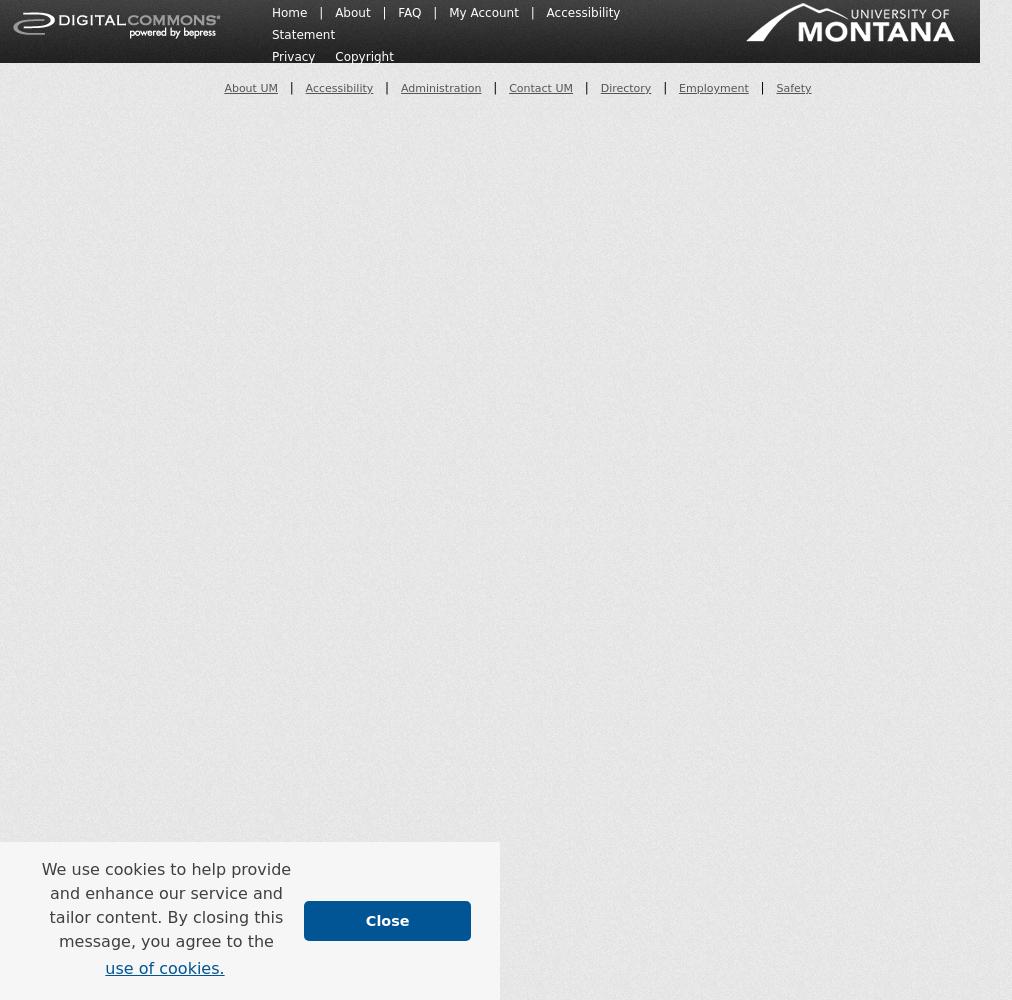 The width and height of the screenshot is (1012, 1000). What do you see at coordinates (271, 12) in the screenshot?
I see `'Home'` at bounding box center [271, 12].